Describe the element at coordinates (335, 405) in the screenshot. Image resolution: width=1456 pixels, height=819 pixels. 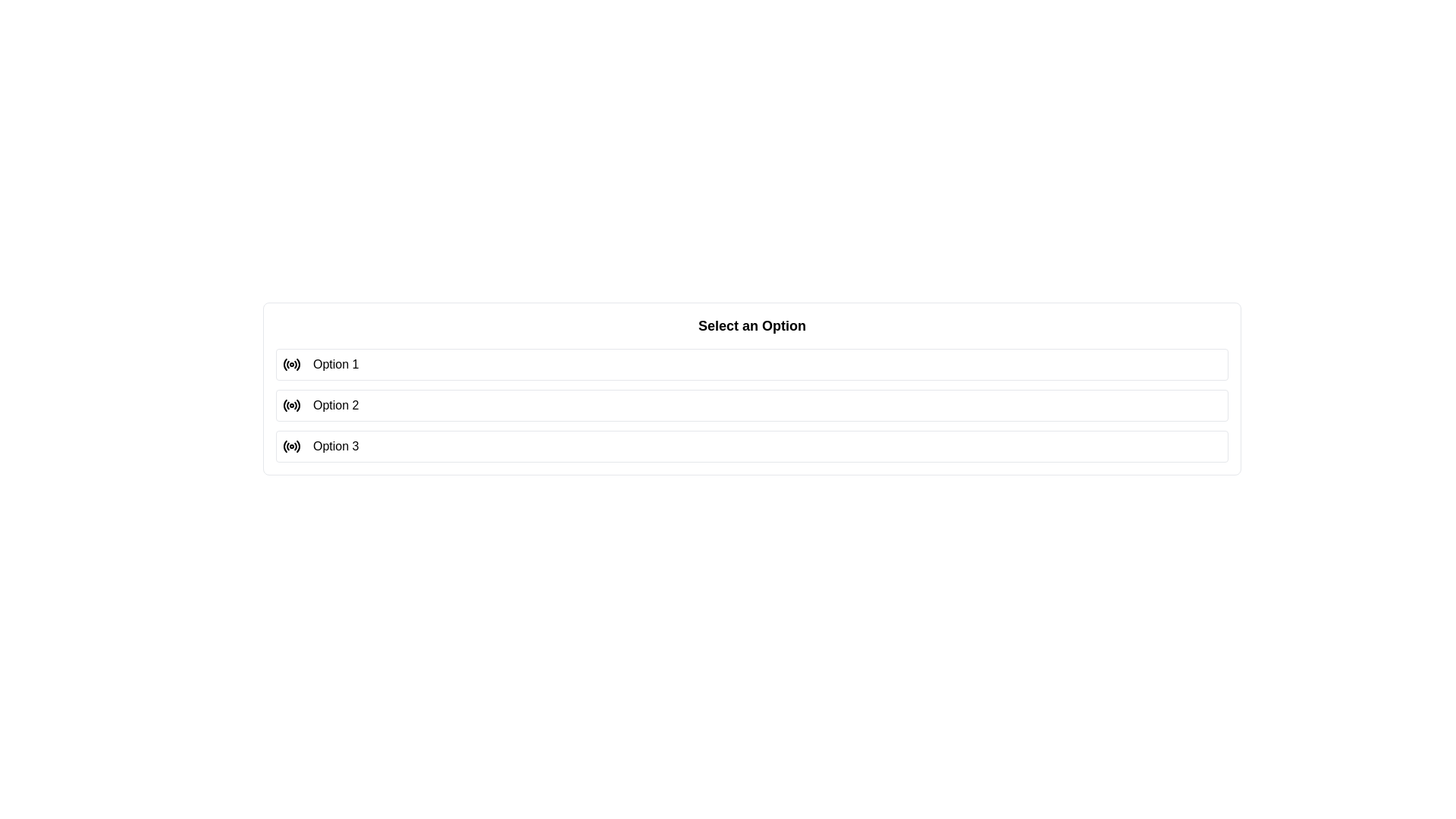
I see `label text of the radio button labeled 'Option 2', which is part of a vertically aligned list of selectable options` at that location.